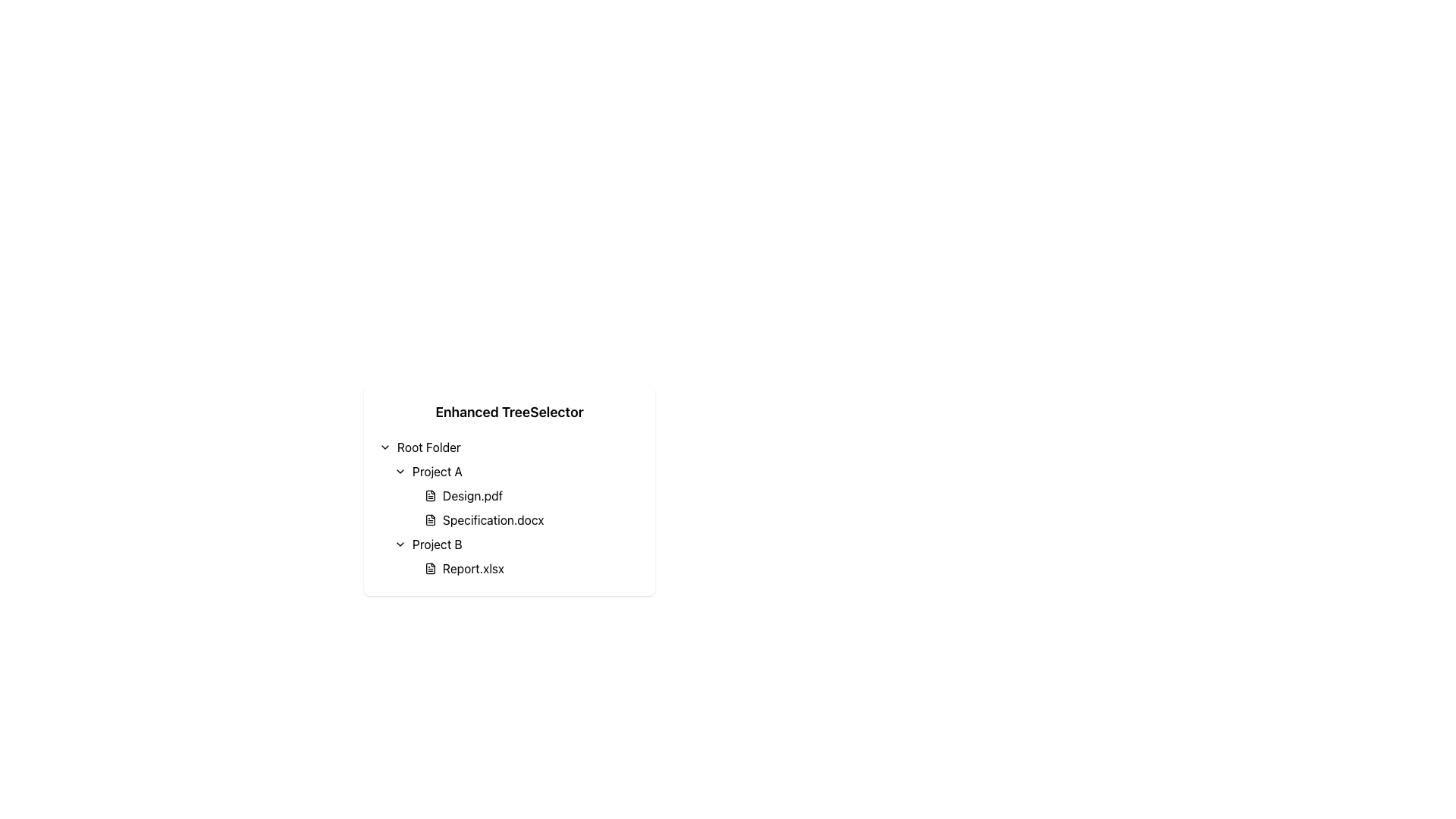 This screenshot has width=1456, height=819. What do you see at coordinates (400, 543) in the screenshot?
I see `the chevron icon` at bounding box center [400, 543].